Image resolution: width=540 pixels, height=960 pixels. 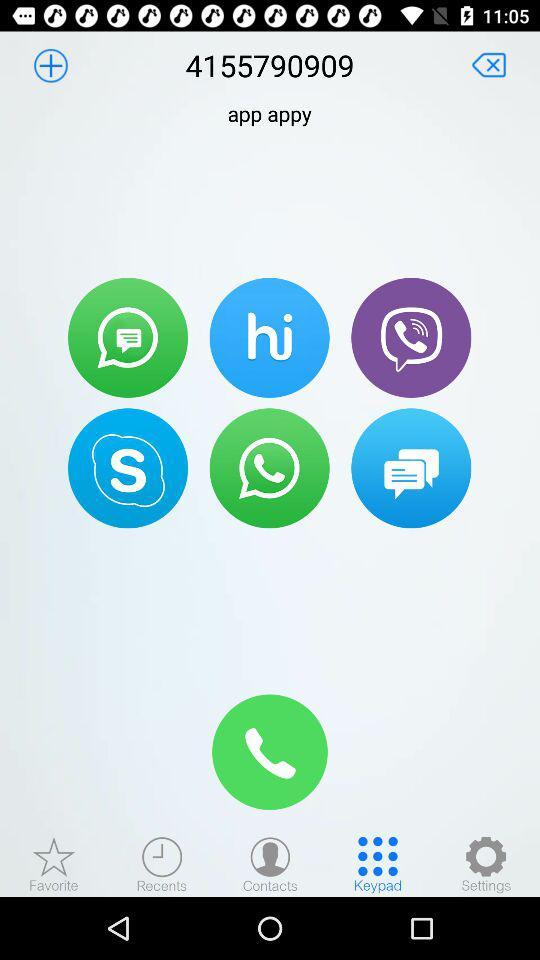 I want to click on favourites, so click(x=54, y=863).